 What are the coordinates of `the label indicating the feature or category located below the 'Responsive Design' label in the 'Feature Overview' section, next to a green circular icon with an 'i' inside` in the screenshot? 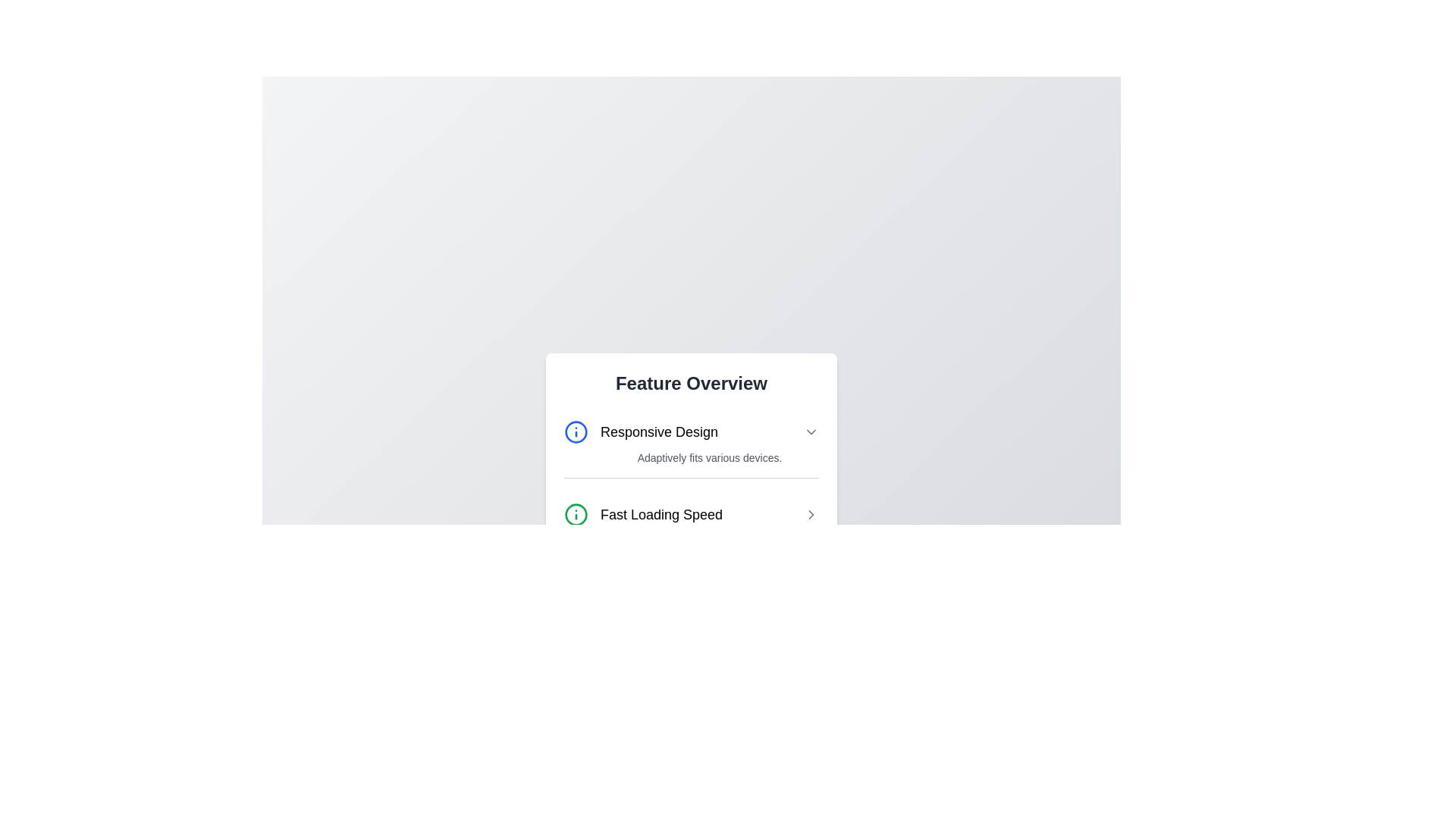 It's located at (661, 513).